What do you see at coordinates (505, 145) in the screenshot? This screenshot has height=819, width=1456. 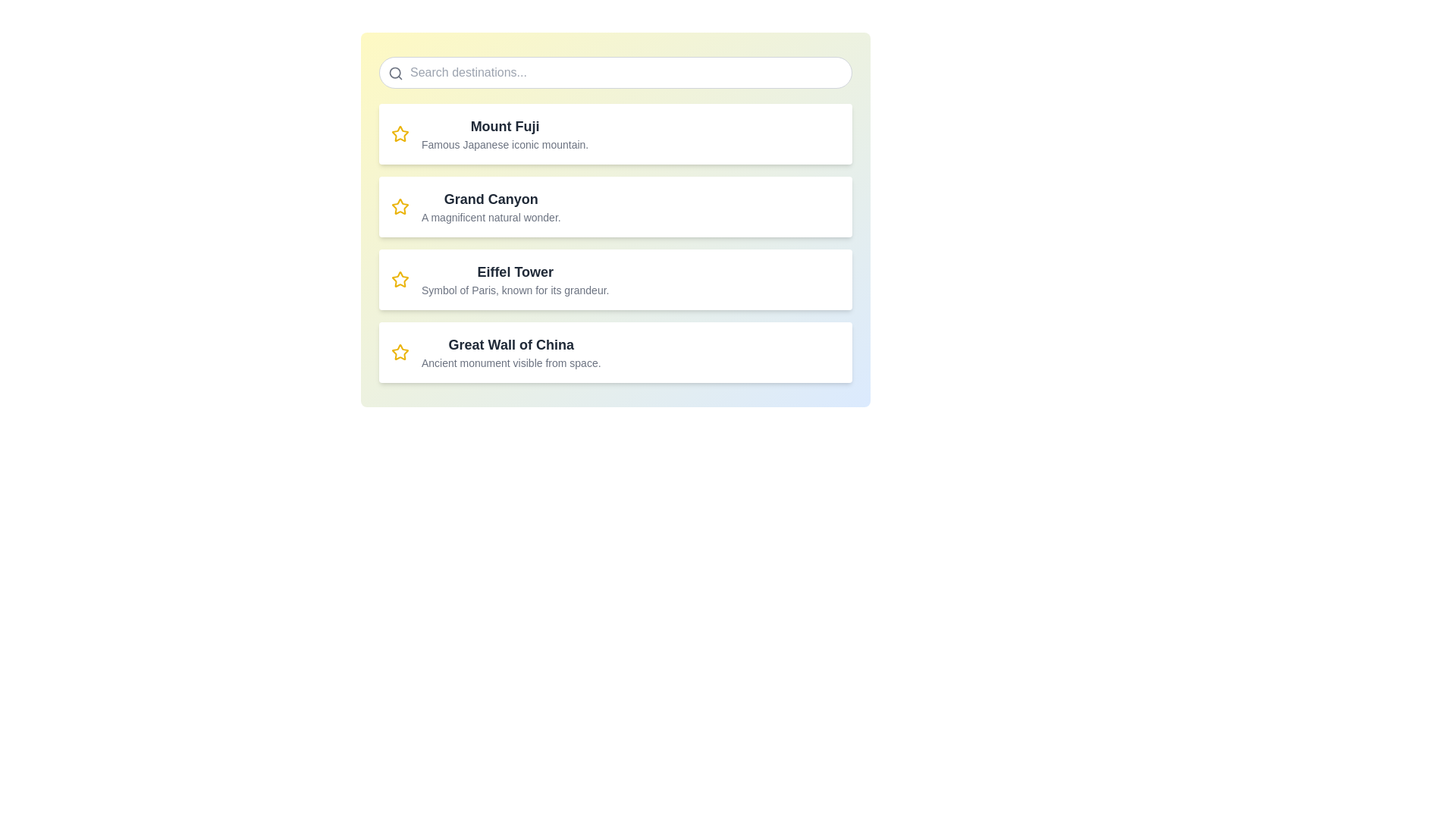 I see `the static text providing a description about 'Mount Fuji' located directly below the title in the first card` at bounding box center [505, 145].